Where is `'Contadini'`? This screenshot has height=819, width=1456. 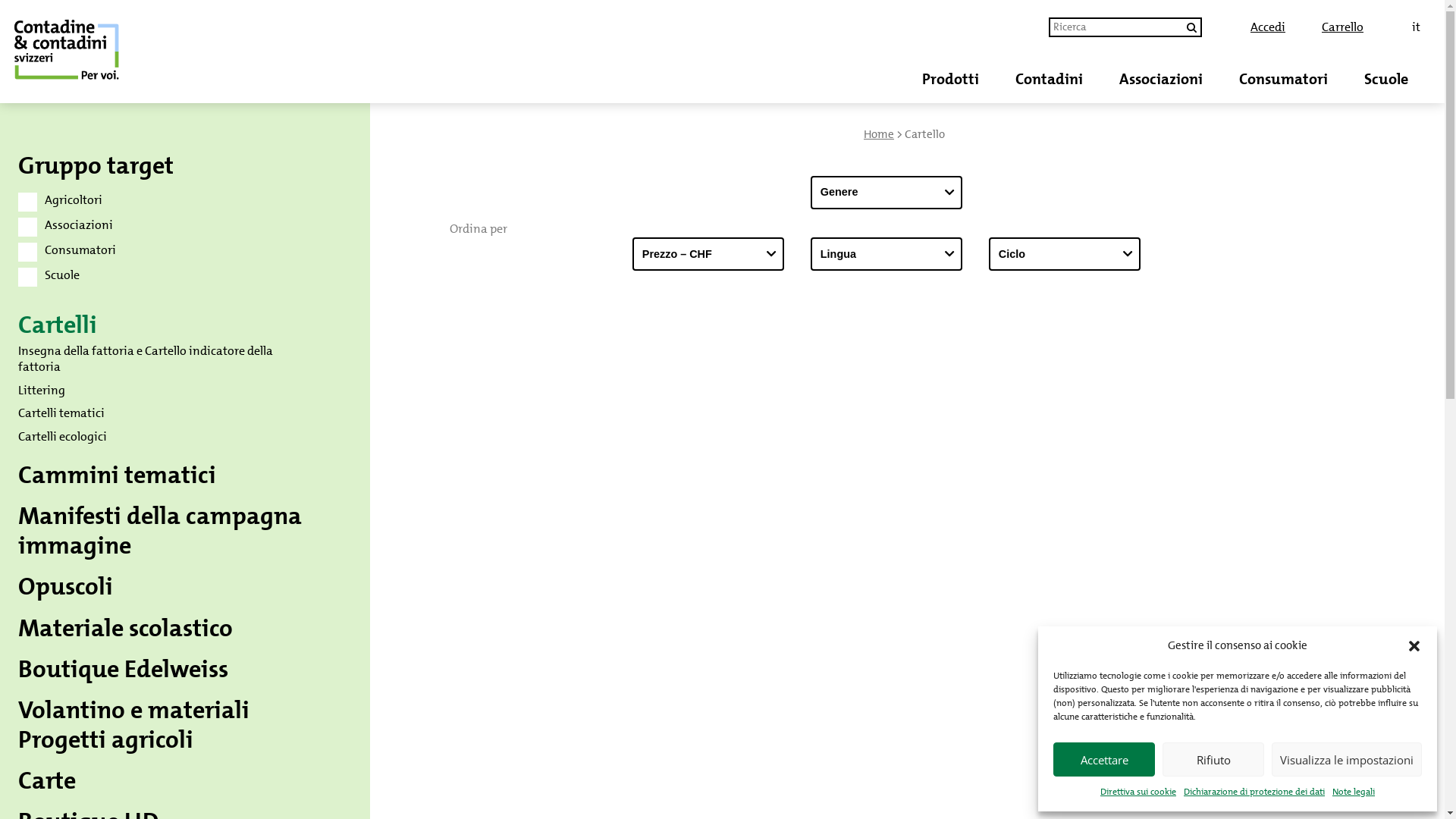 'Contadini' is located at coordinates (1048, 79).